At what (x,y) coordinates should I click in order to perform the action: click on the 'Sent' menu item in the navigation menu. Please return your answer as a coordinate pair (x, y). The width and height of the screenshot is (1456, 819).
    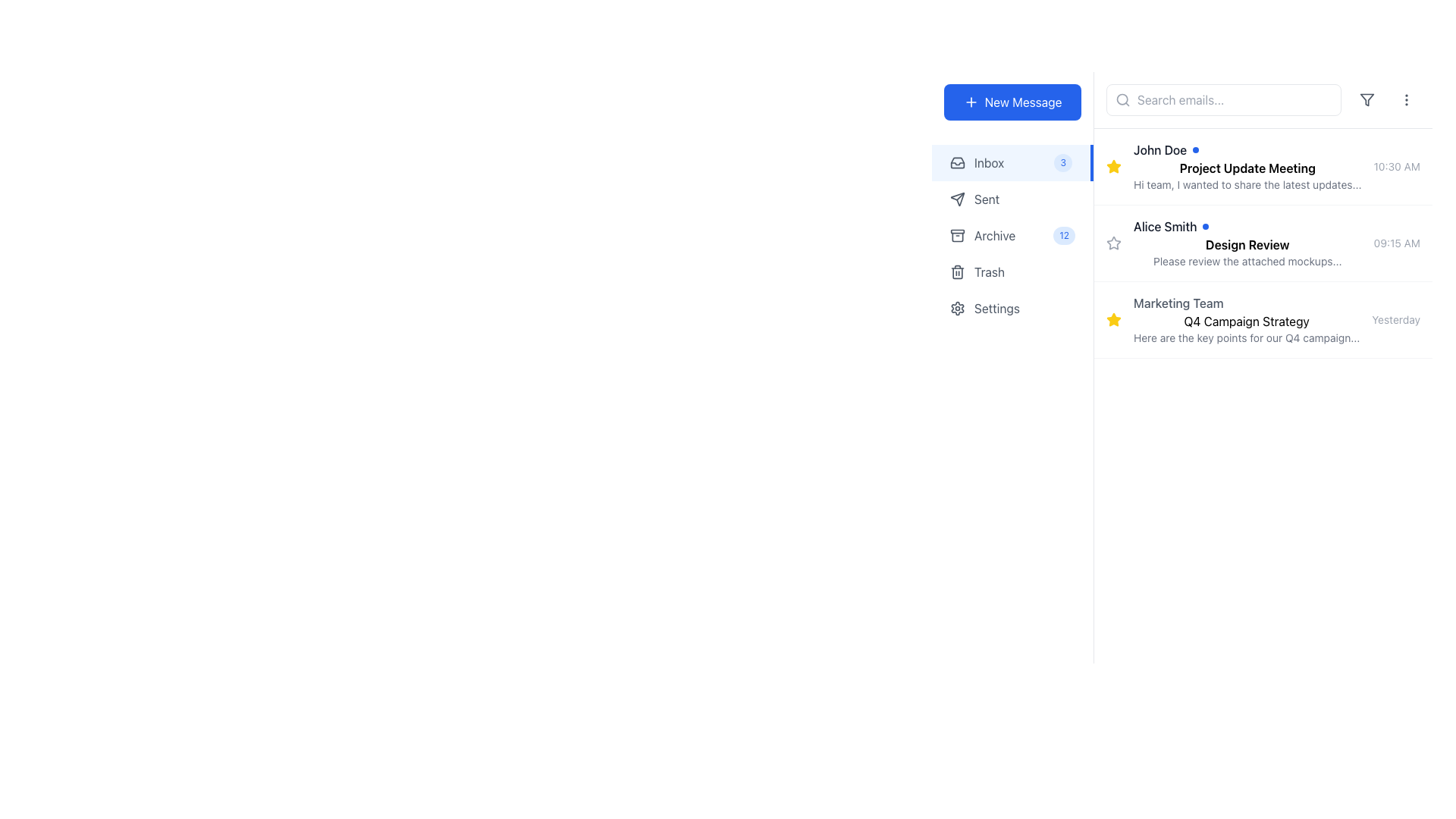
    Looking at the image, I should click on (1012, 198).